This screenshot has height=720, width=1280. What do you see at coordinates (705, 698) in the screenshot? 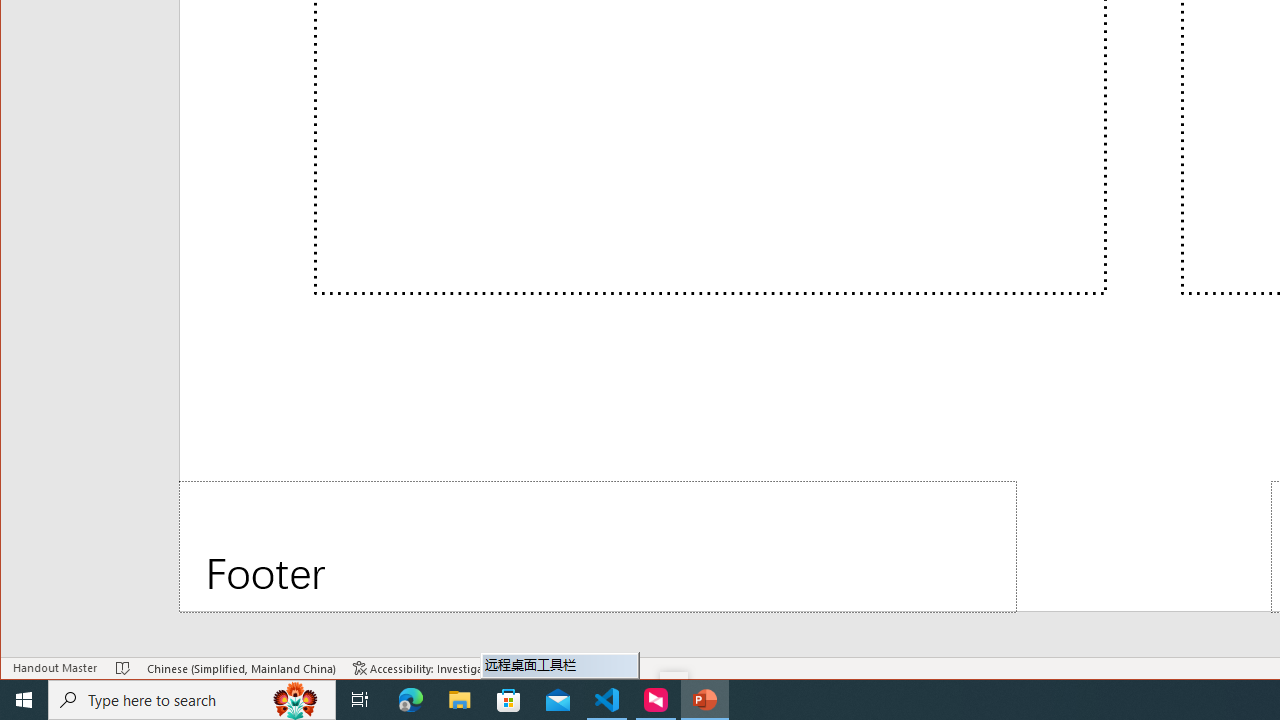
I see `'PowerPoint - 1 running window'` at bounding box center [705, 698].